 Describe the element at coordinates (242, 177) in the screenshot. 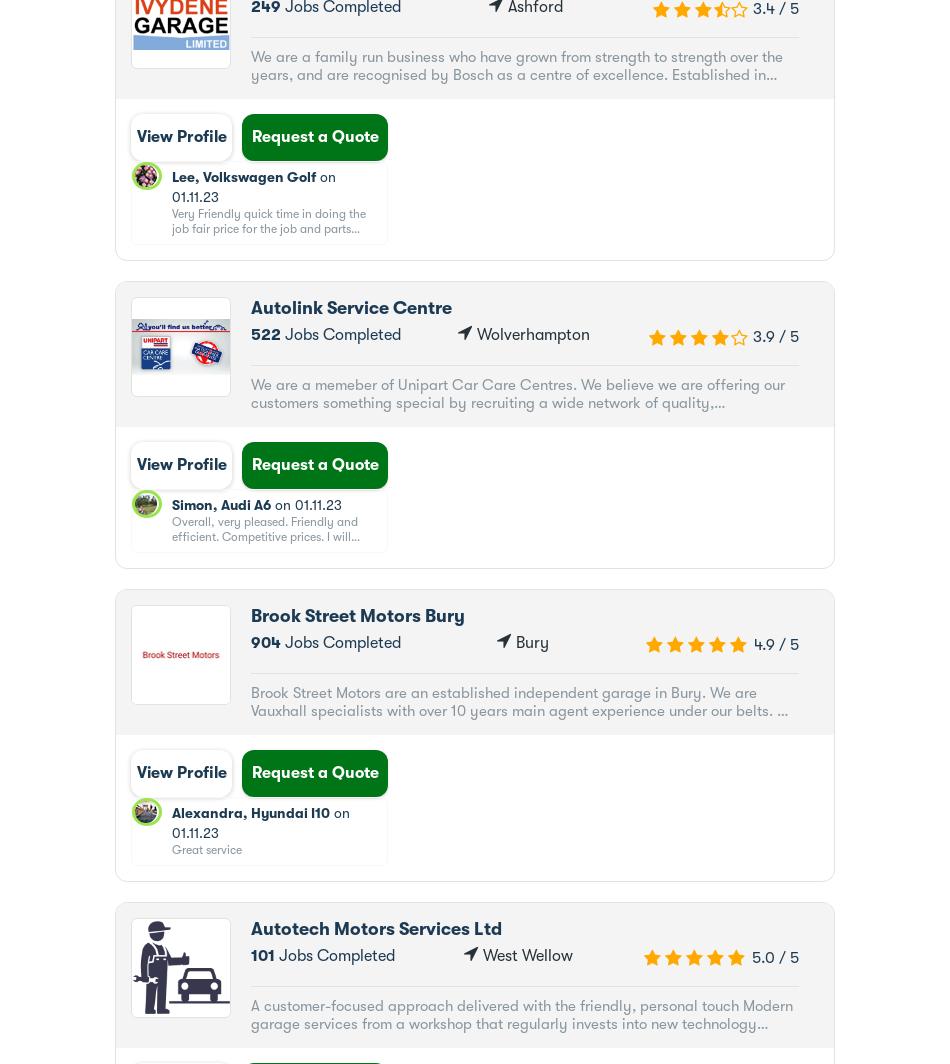

I see `'Lee, Volkswagen Golf'` at that location.